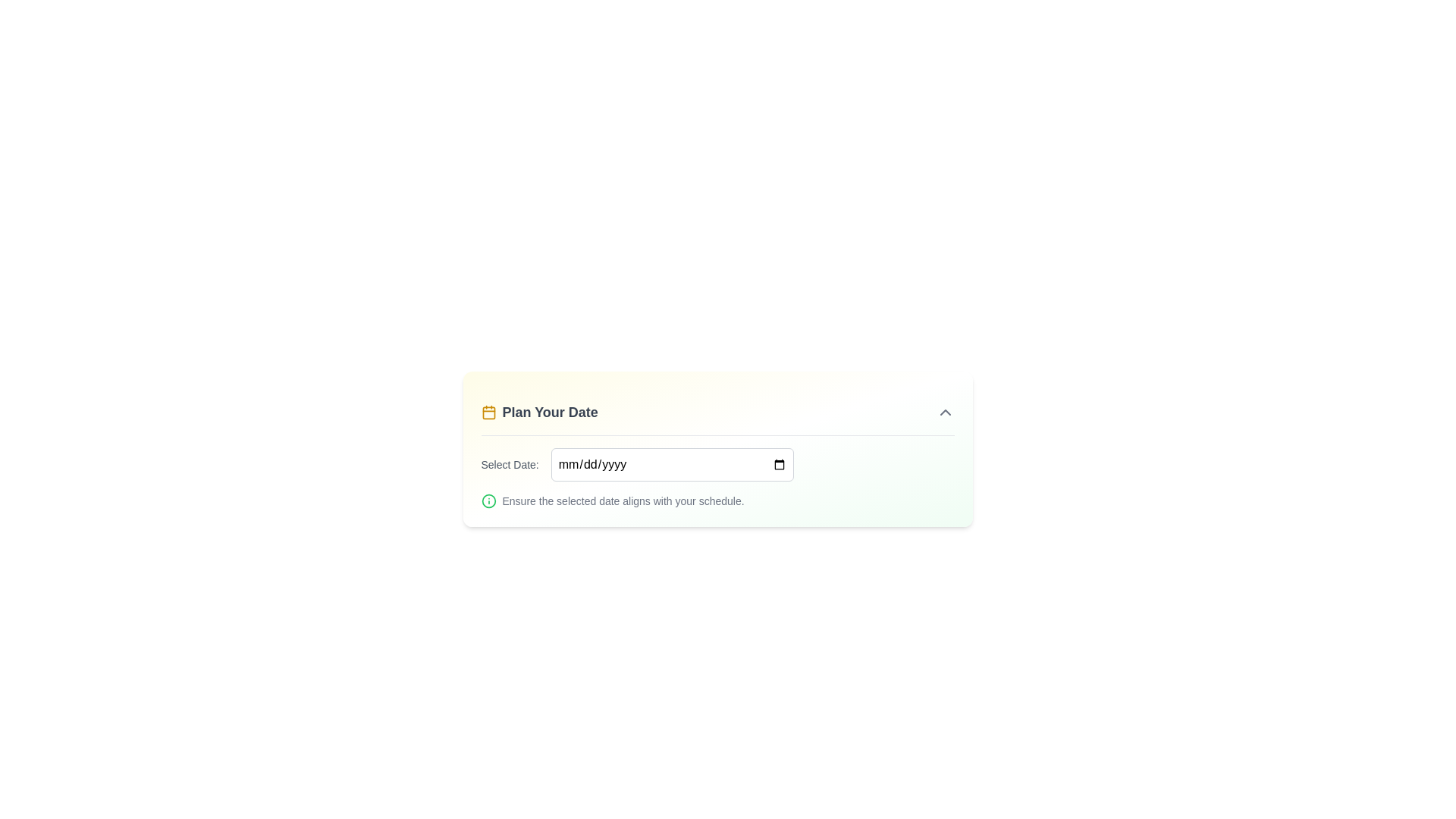  What do you see at coordinates (488, 413) in the screenshot?
I see `the calendar graphic icon located in the top-left corner of the 'Plan Your Date' component by moving the cursor to its center` at bounding box center [488, 413].